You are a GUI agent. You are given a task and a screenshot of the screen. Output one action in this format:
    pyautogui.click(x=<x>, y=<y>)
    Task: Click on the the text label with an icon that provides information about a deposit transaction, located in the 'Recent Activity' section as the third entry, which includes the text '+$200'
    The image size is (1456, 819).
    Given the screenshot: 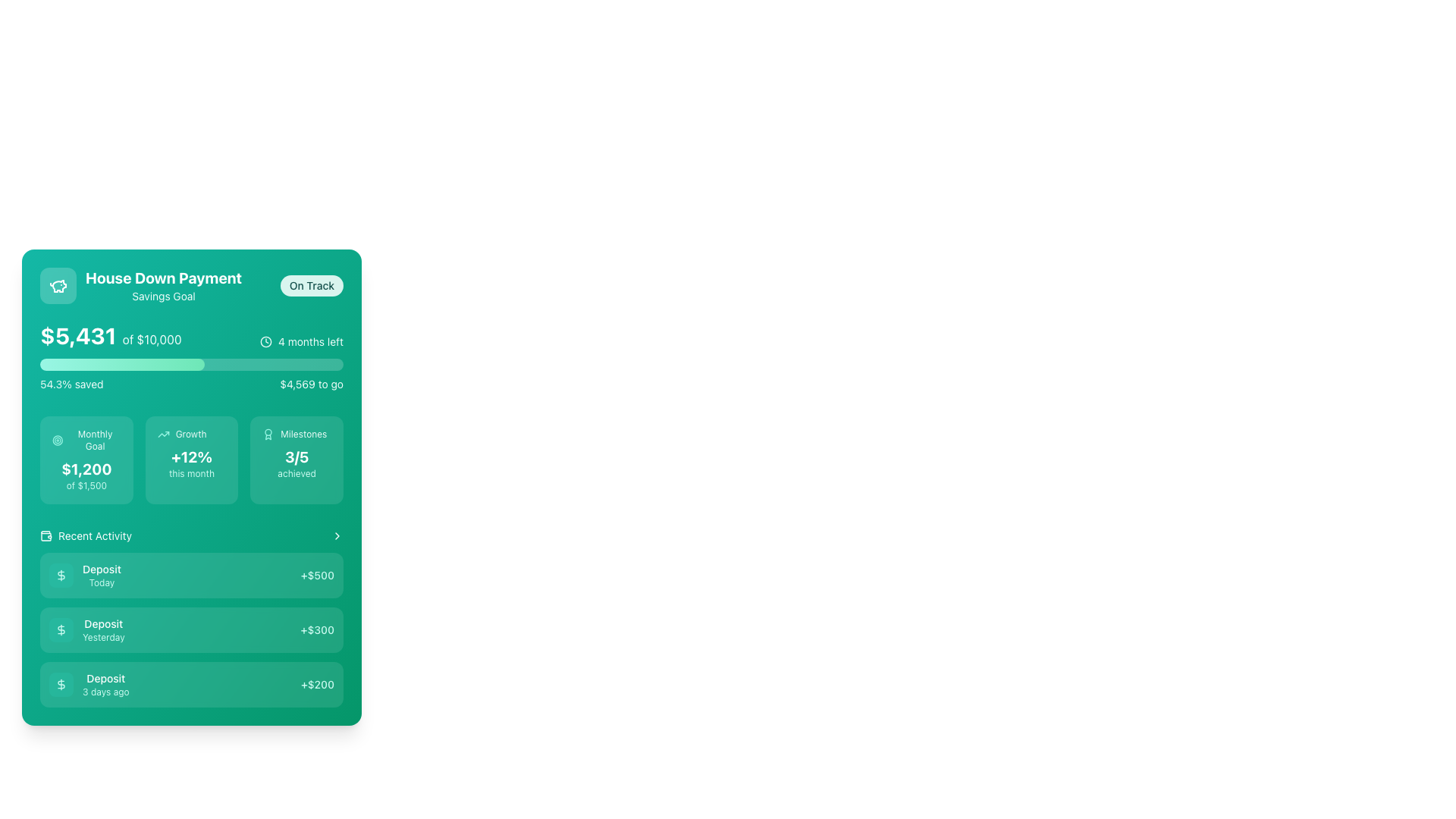 What is the action you would take?
    pyautogui.click(x=88, y=684)
    